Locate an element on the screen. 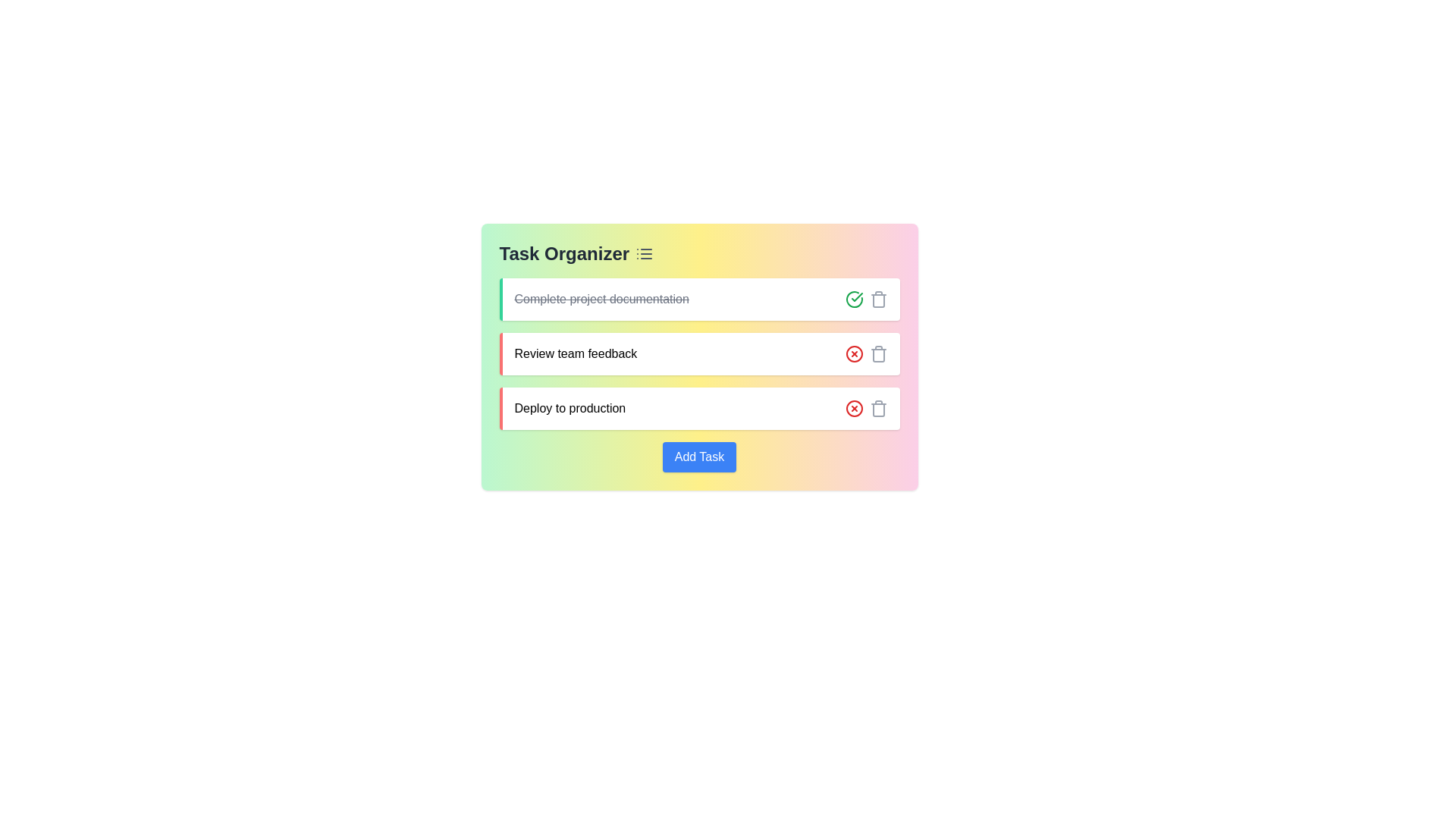 Image resolution: width=1456 pixels, height=819 pixels. the Icon button positioned at the rightmost end of the second task row is located at coordinates (878, 353).